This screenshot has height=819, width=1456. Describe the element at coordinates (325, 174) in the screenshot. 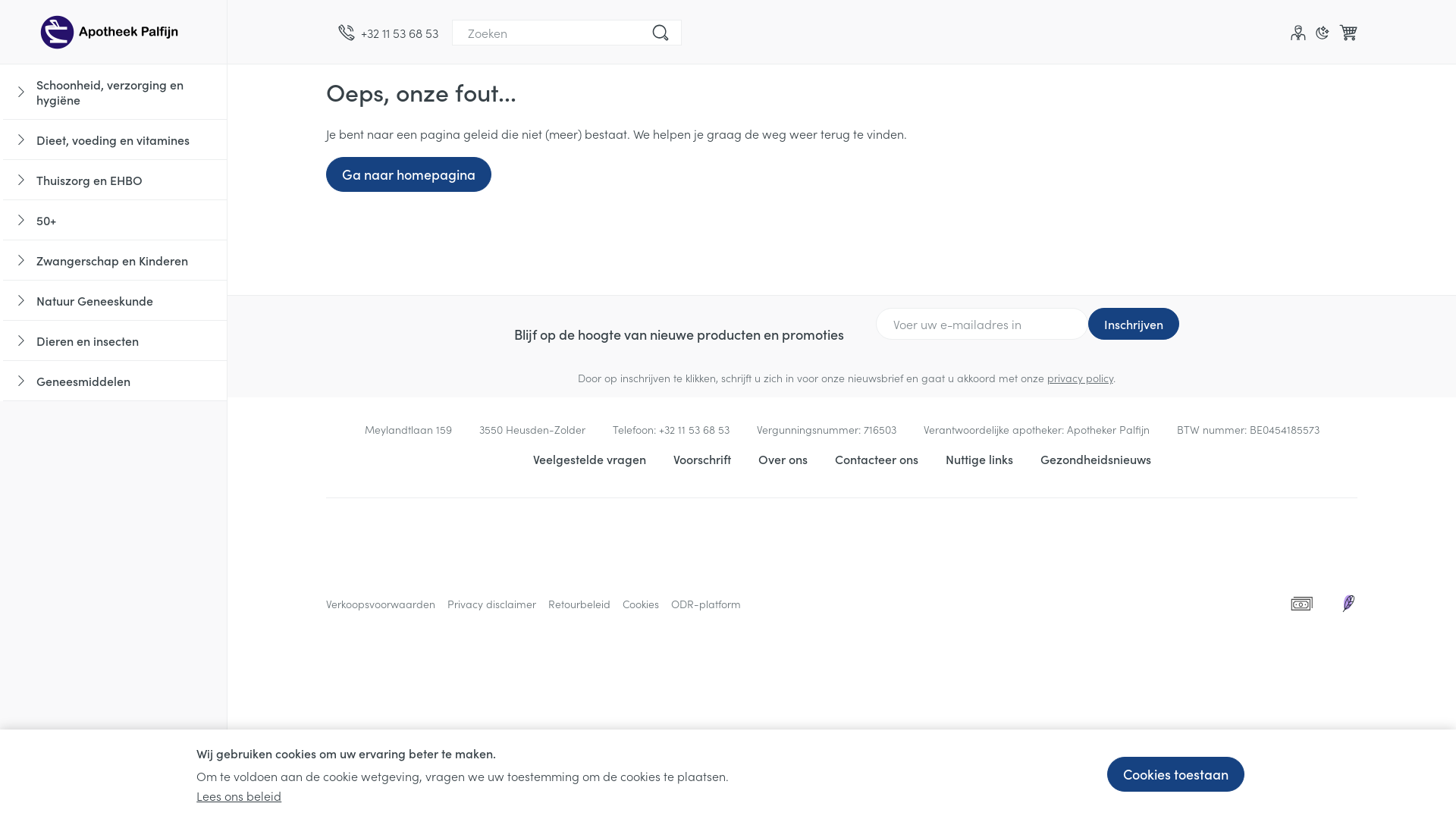

I see `'Ga naar homepagina'` at that location.